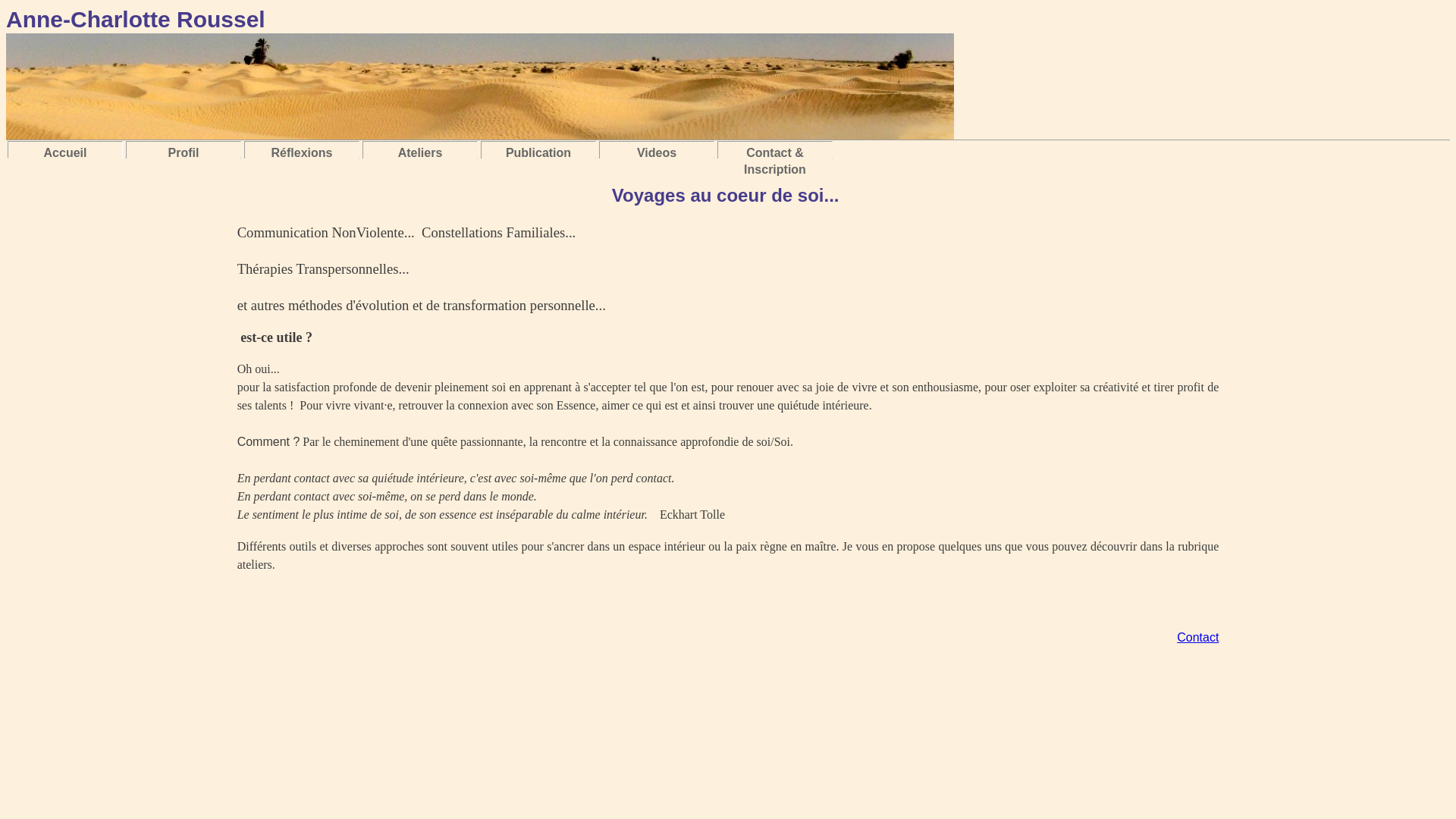 This screenshot has height=819, width=1456. Describe the element at coordinates (182, 152) in the screenshot. I see `'Profil'` at that location.